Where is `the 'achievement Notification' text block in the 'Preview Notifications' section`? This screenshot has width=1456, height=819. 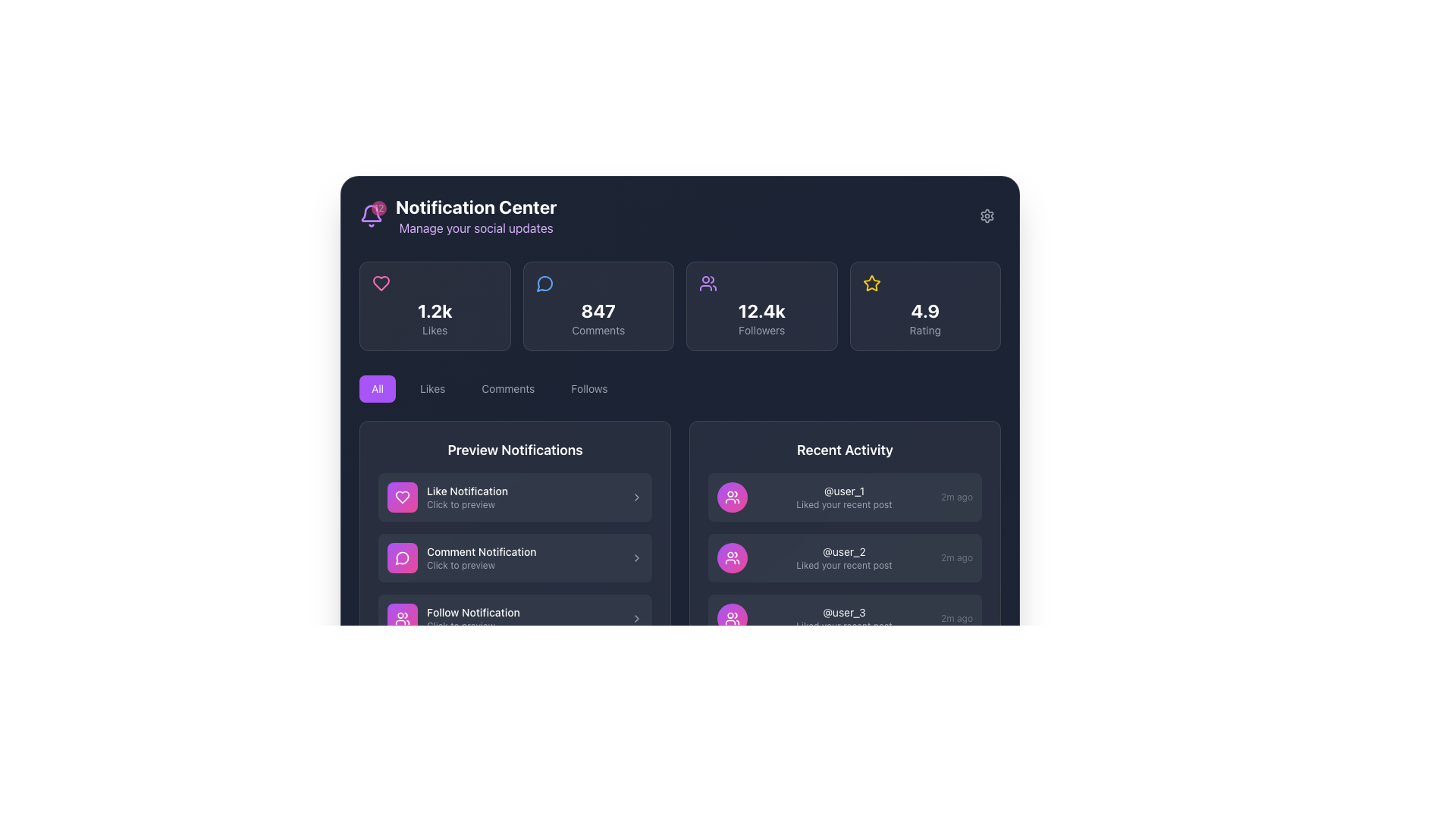 the 'achievement Notification' text block in the 'Preview Notifications' section is located at coordinates (524, 678).